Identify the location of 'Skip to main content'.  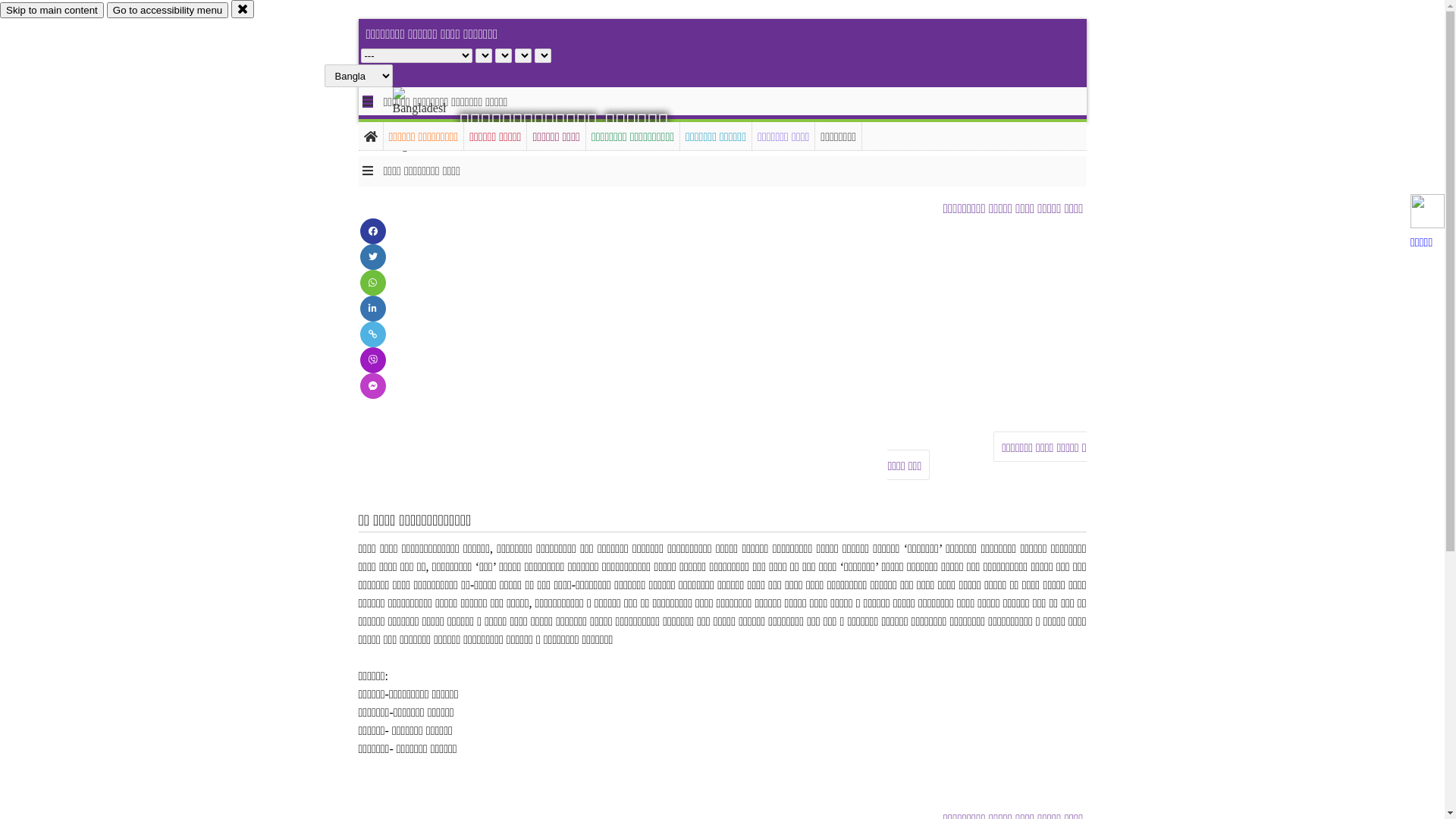
(0, 10).